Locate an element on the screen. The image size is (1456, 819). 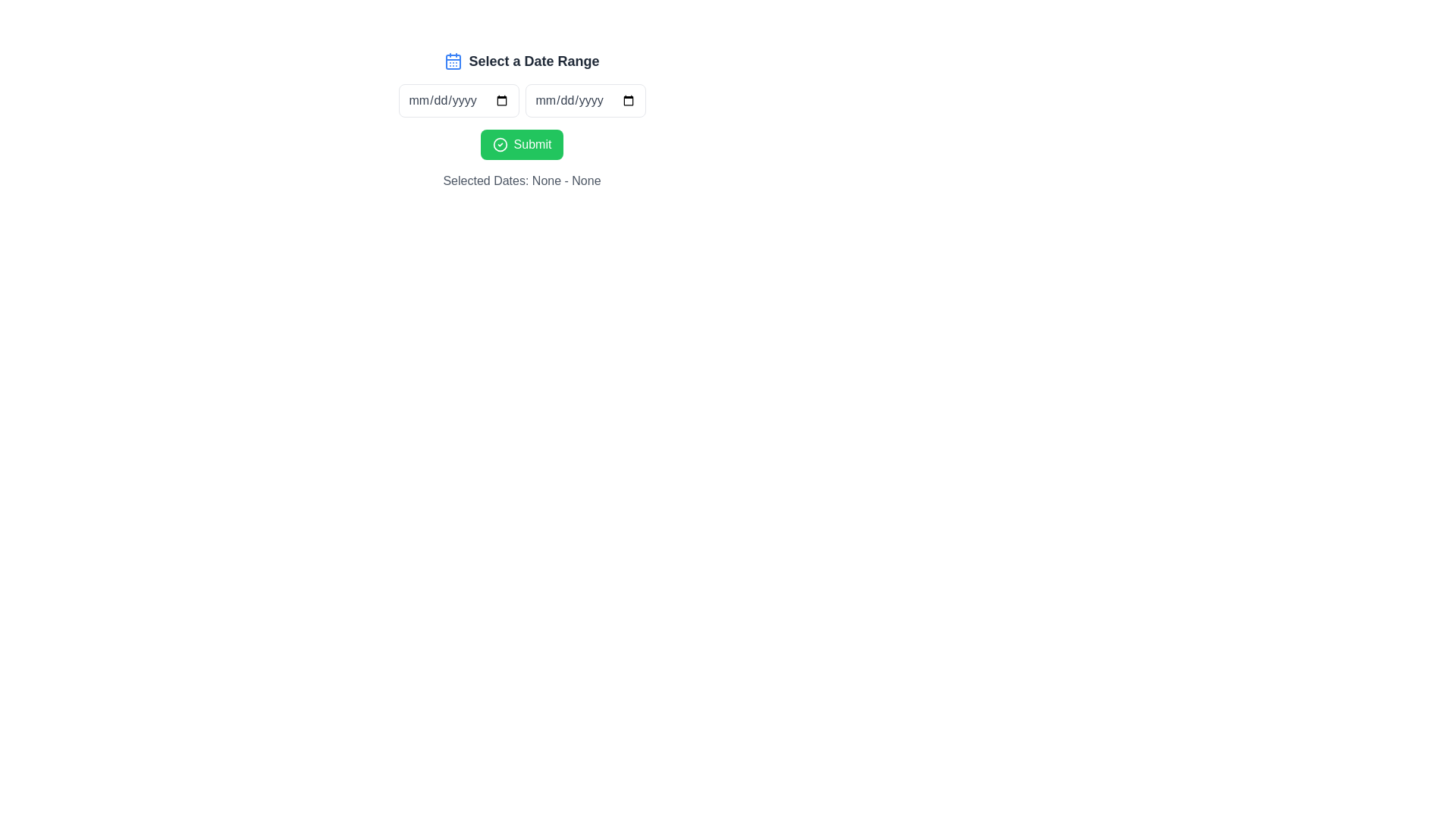
the non-interactive decorative icon element that represents a segment of the calendar icon, located towards the top left of the input interface is located at coordinates (453, 61).